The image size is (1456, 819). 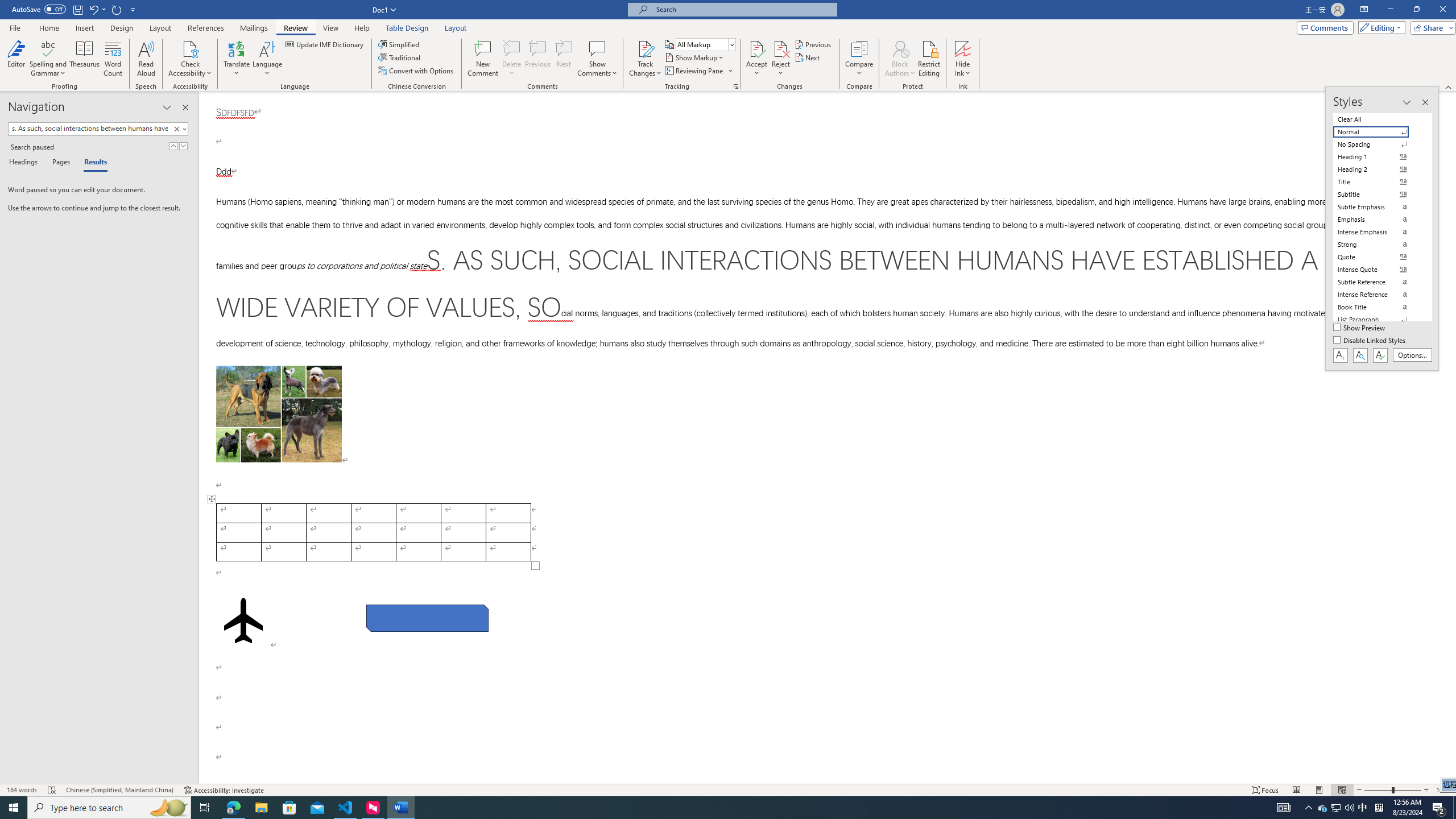 I want to click on 'Rectangle: Diagonal Corners Snipped 2', so click(x=427, y=618).